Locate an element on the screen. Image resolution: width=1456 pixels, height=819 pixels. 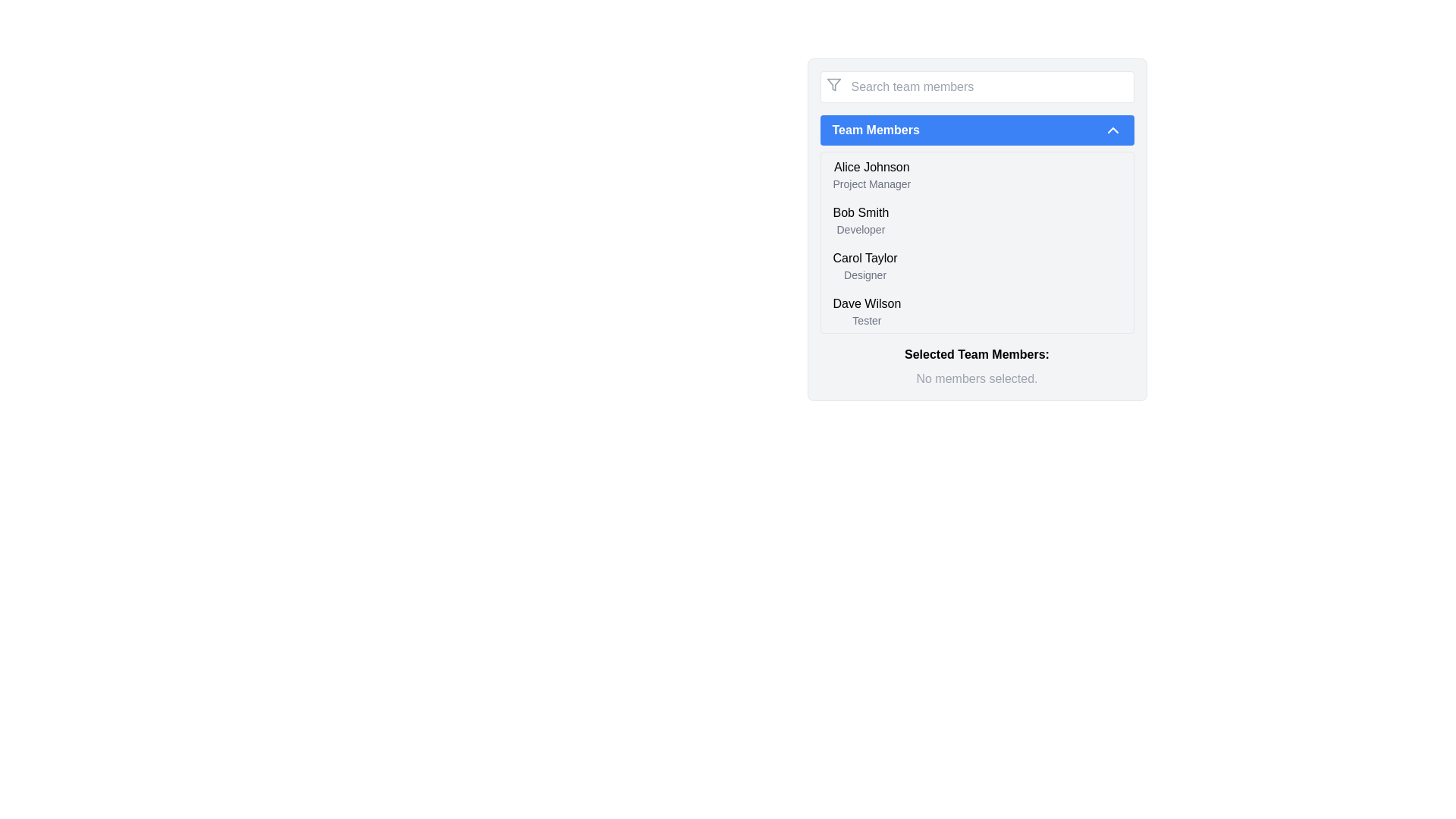
the name 'Bob Smith' and role 'Developer' details in the second list item under the 'Team Members' section is located at coordinates (861, 220).